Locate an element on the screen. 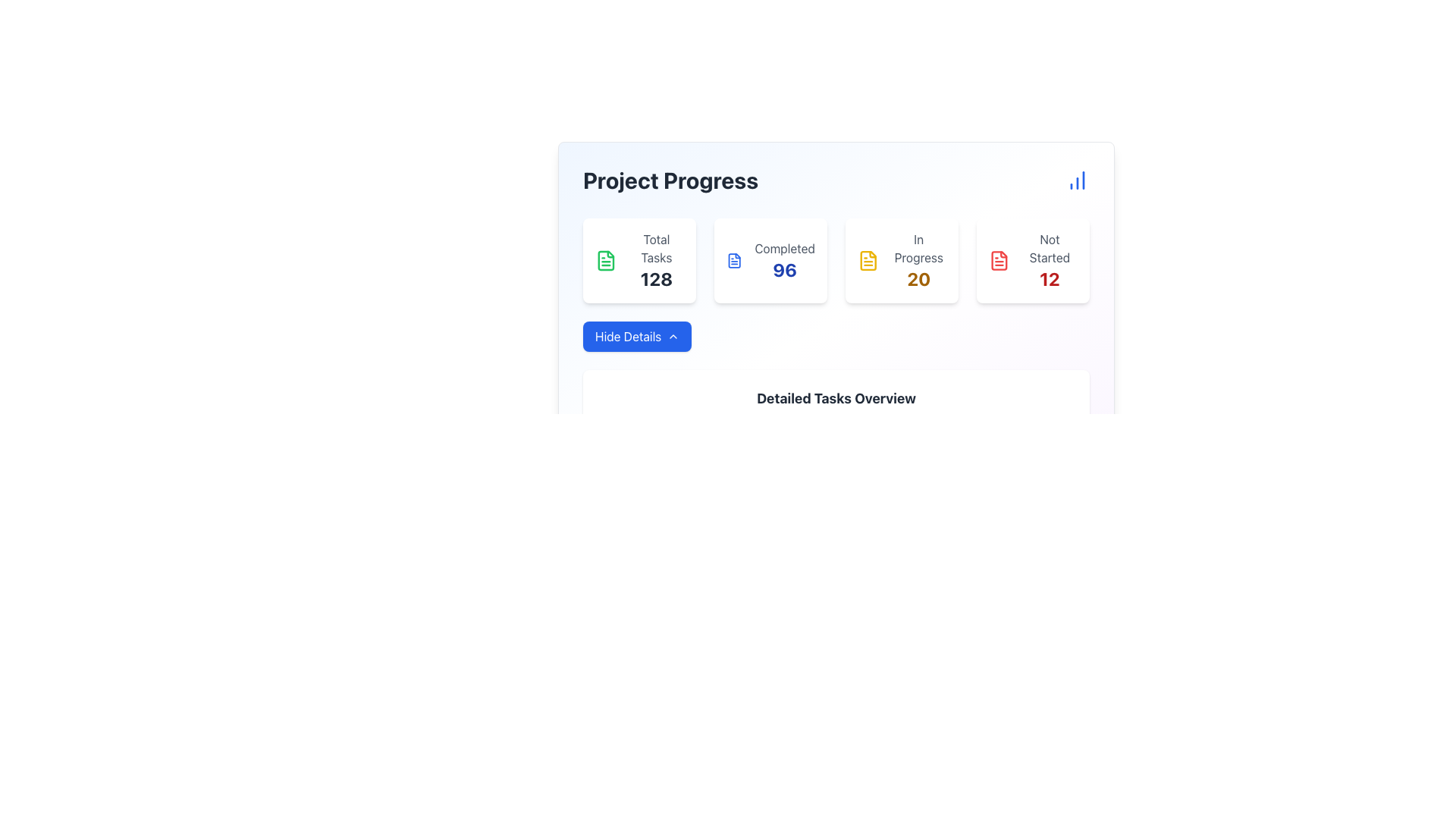  the 'Detailed Tasks Overview' informational text block for accessibility purposes, located near the bottom of the 'Project Progress' widget, below the 'Hide Details' button is located at coordinates (836, 394).